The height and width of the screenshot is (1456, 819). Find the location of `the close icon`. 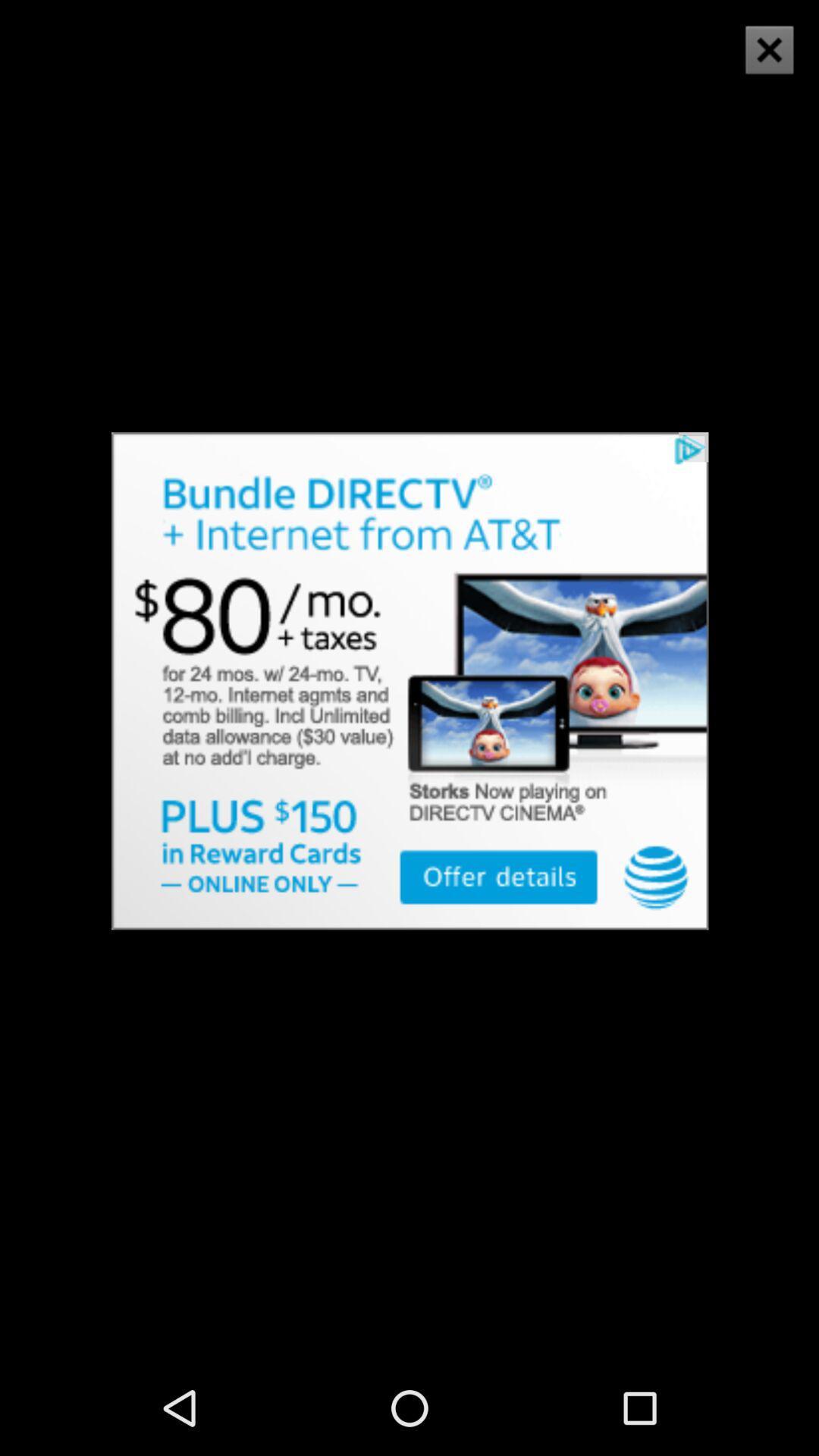

the close icon is located at coordinates (769, 53).